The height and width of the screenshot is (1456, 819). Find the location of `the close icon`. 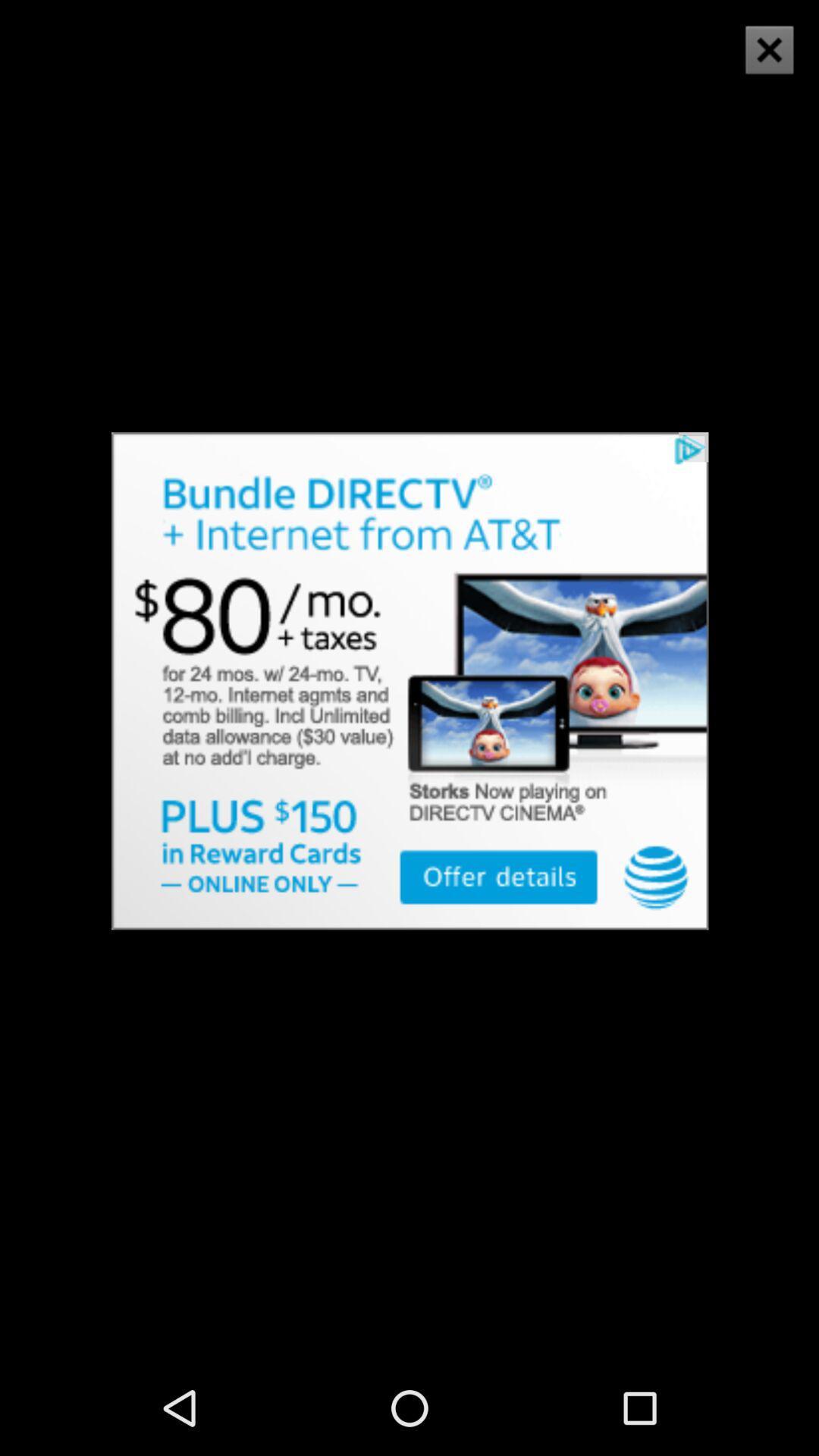

the close icon is located at coordinates (769, 53).